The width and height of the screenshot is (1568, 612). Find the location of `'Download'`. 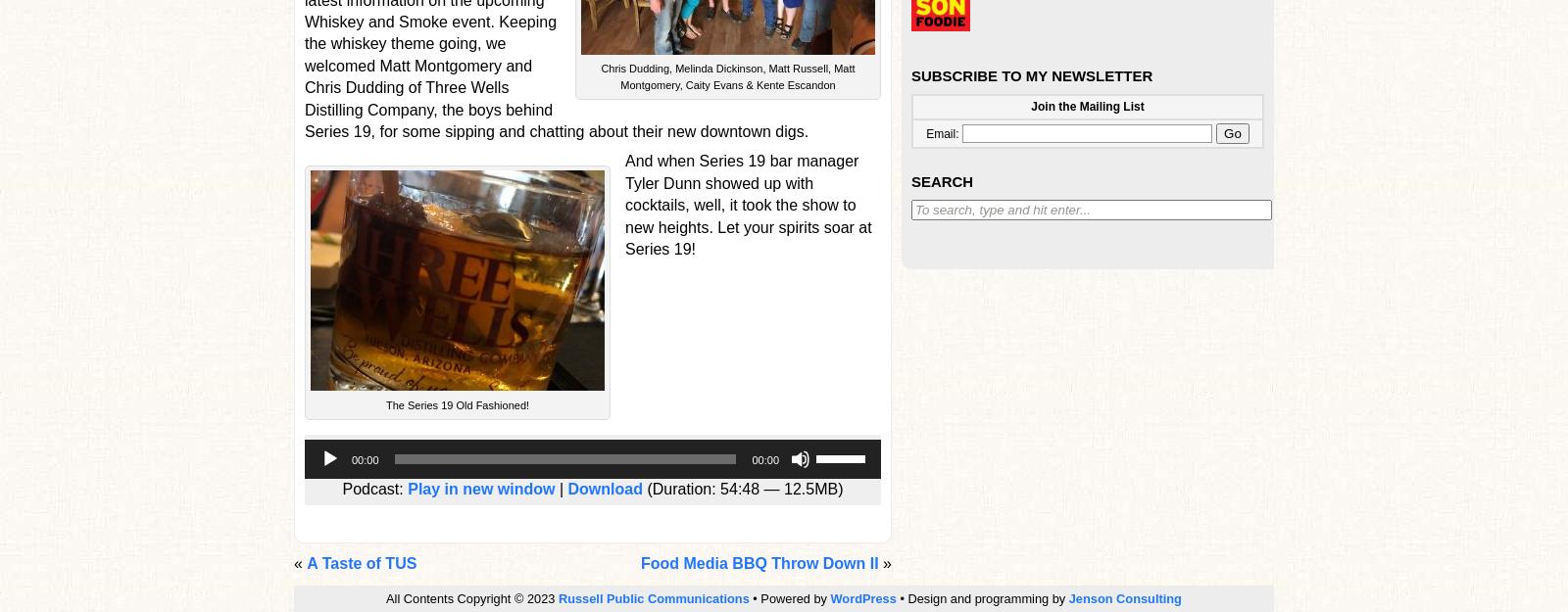

'Download' is located at coordinates (604, 487).